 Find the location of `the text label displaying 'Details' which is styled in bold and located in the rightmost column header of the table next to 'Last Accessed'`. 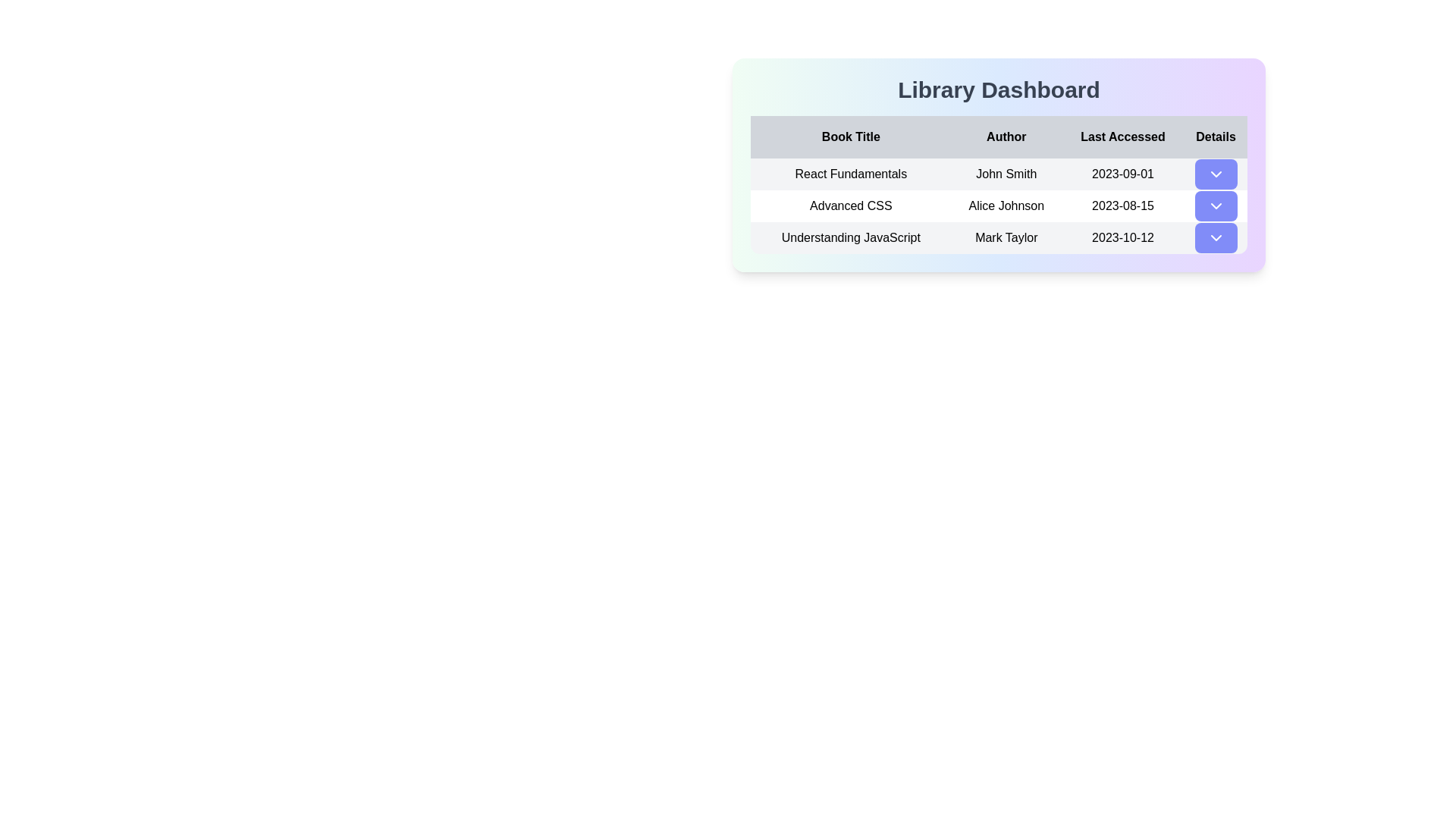

the text label displaying 'Details' which is styled in bold and located in the rightmost column header of the table next to 'Last Accessed' is located at coordinates (1216, 137).